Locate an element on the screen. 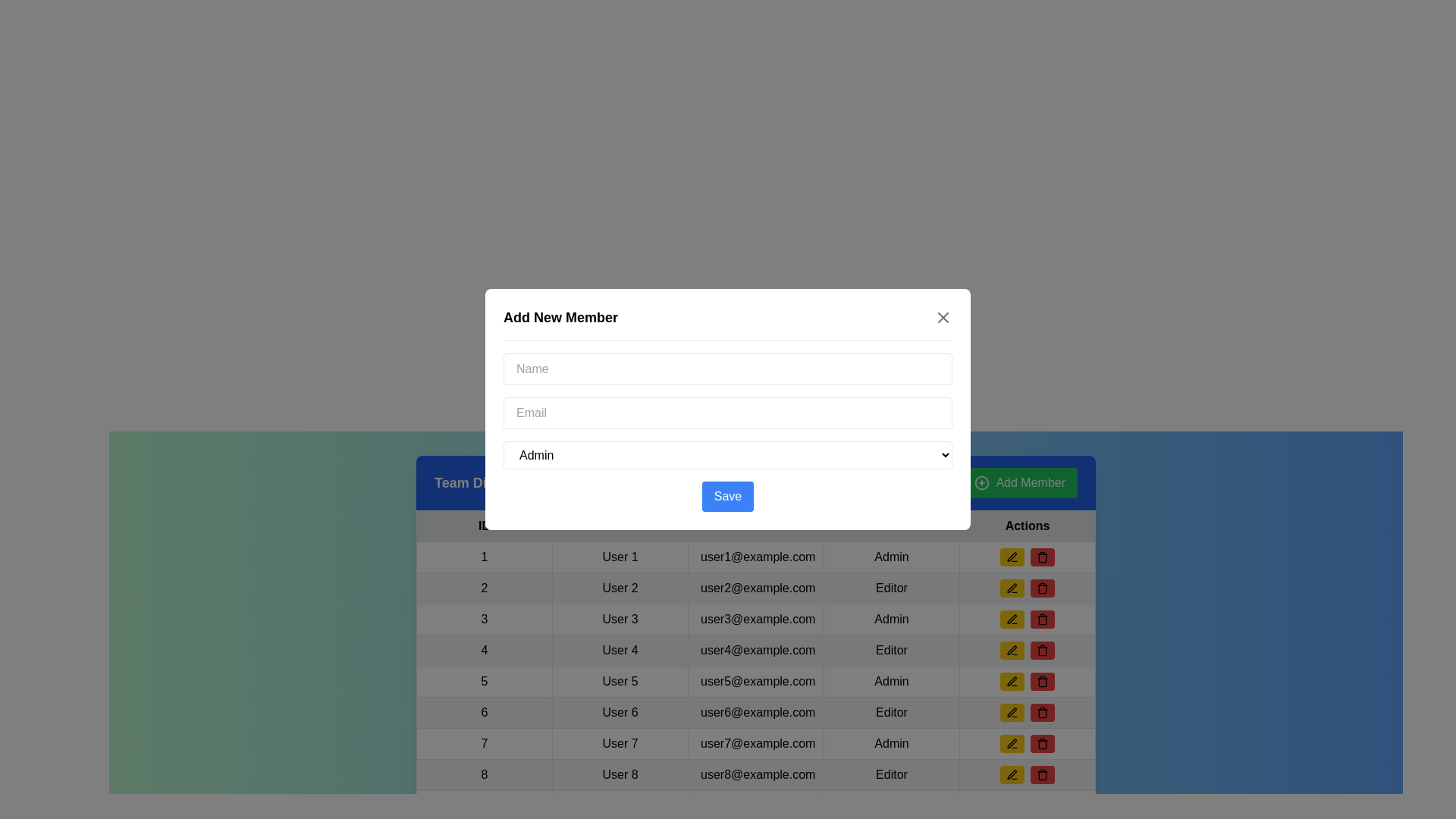  the 'Editor' text label, which indicates the role or status of the associated user in the fourth column of the table is located at coordinates (892, 587).